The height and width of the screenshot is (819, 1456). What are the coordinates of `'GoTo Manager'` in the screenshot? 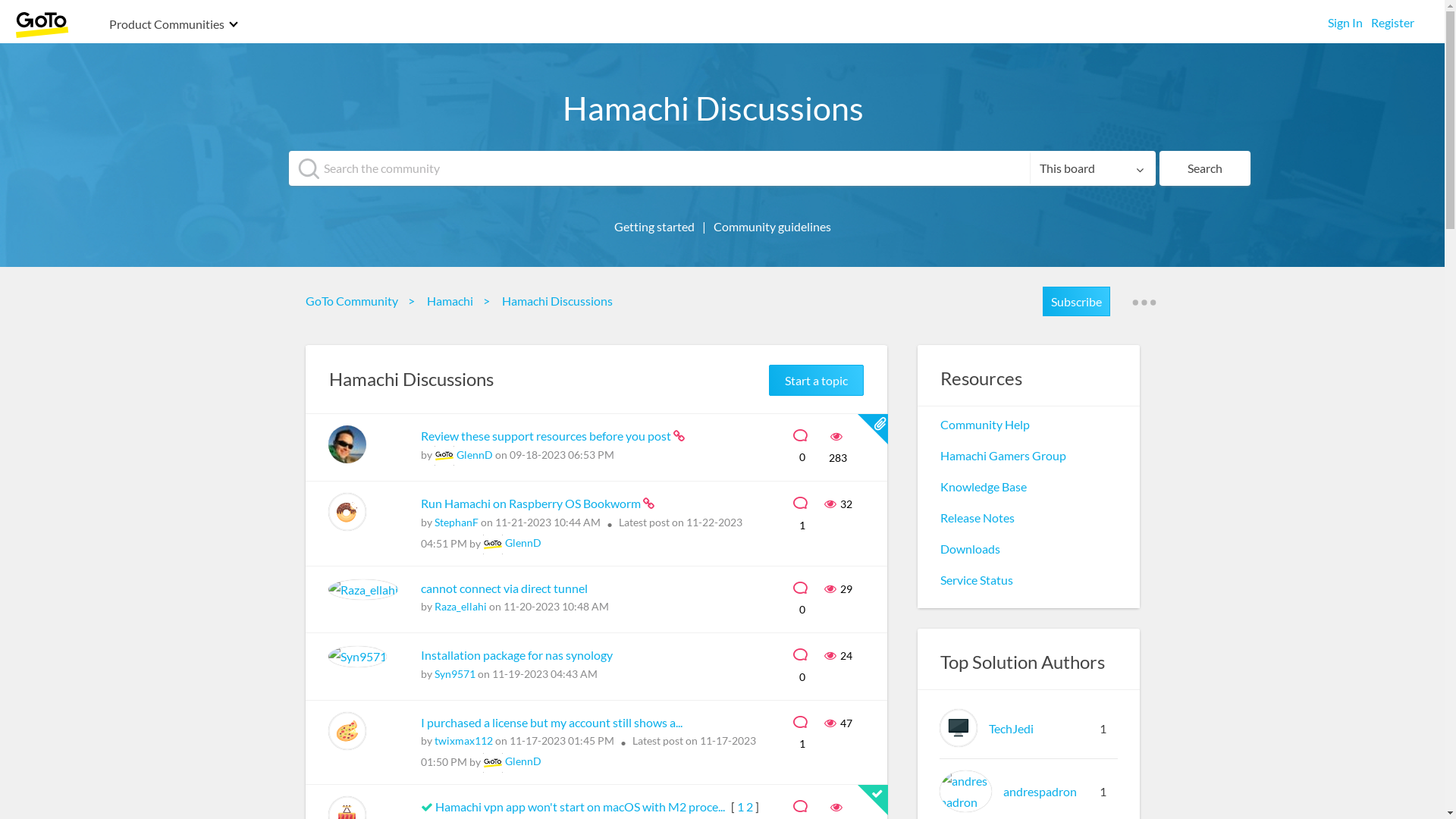 It's located at (491, 543).